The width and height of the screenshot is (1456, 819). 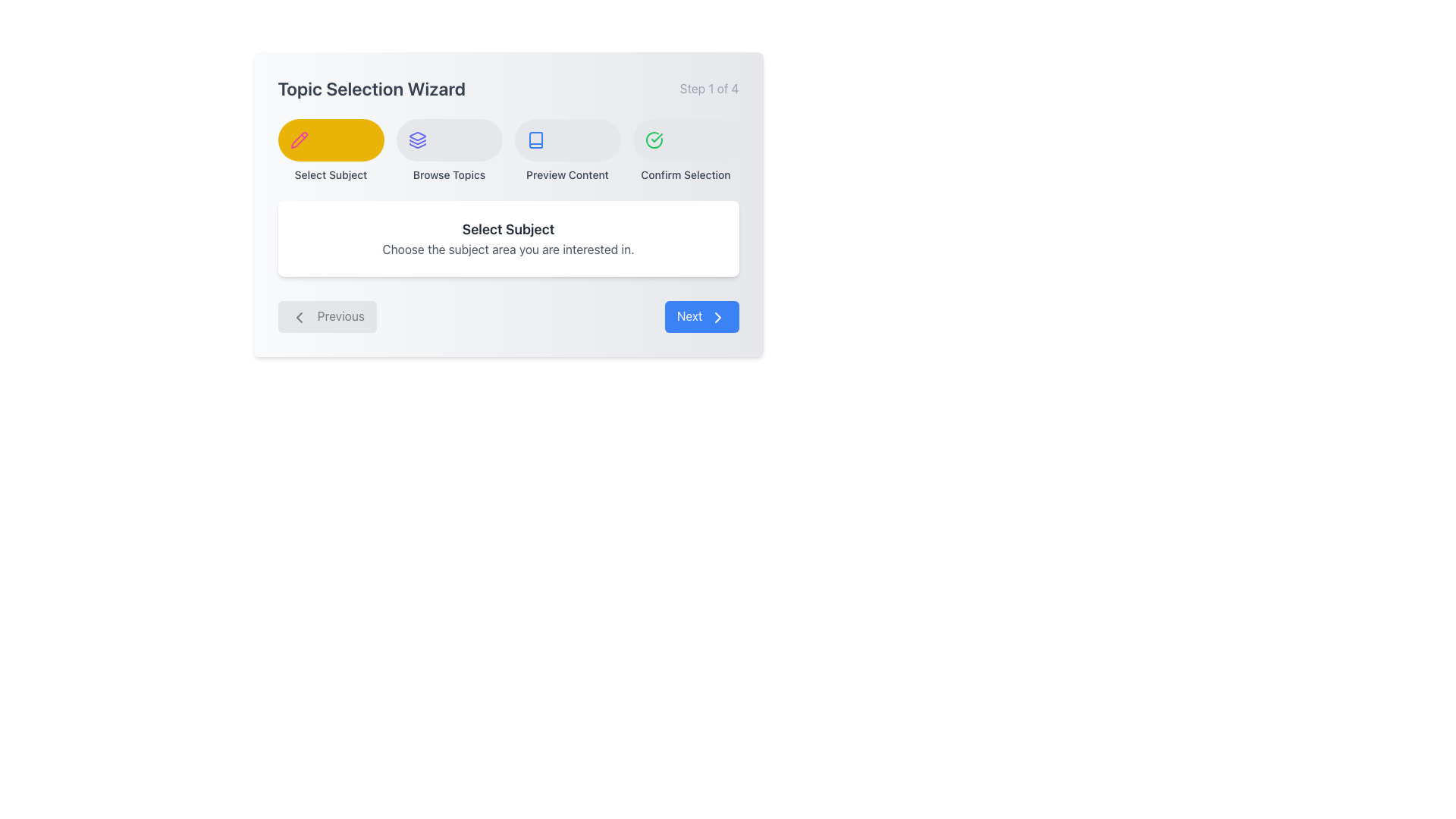 I want to click on the 'Confirm Selection' button, which is the last element in a row of four, indicating a choice confirmation in a multi-step process UI, so click(x=685, y=151).